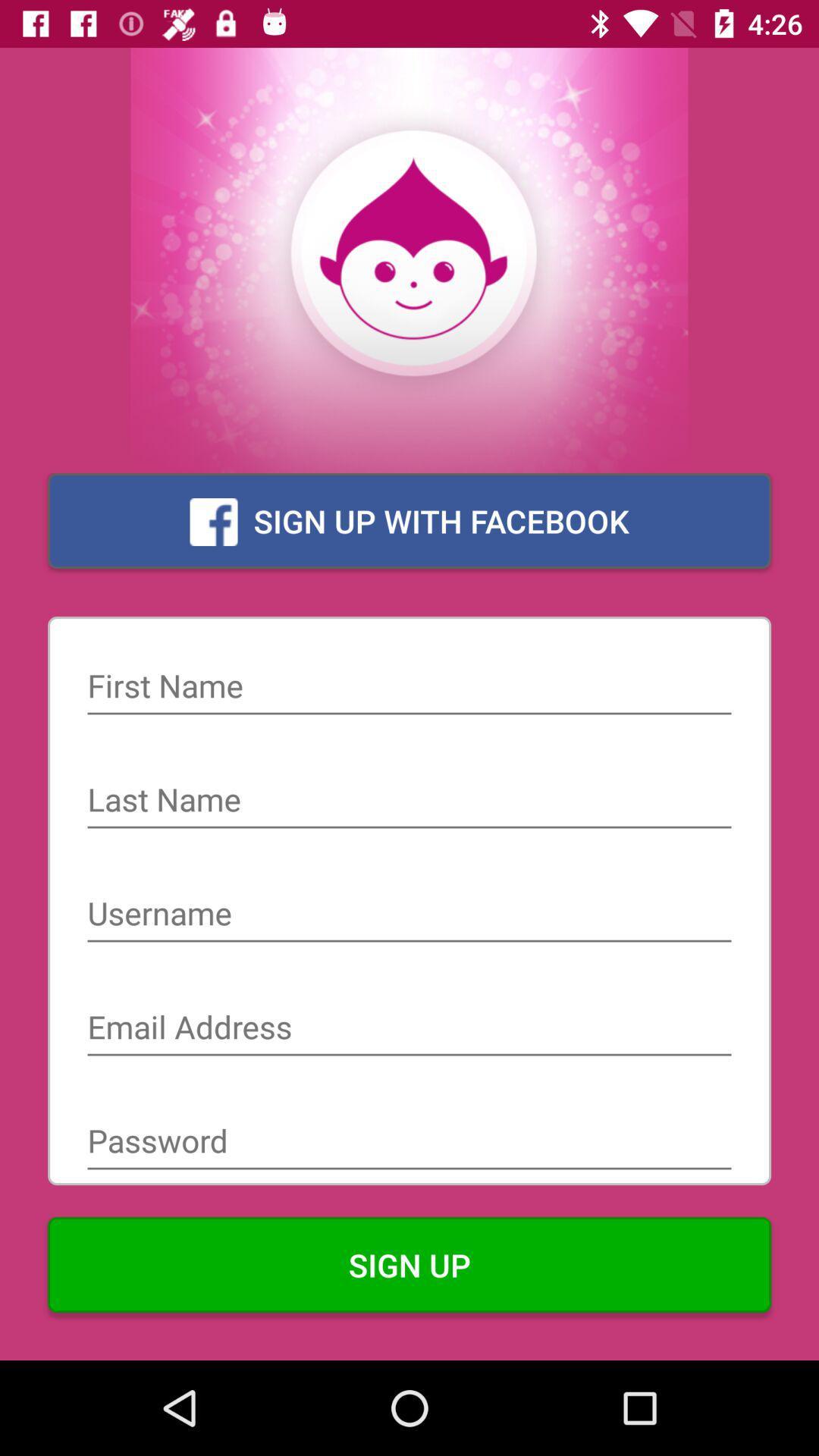 Image resolution: width=819 pixels, height=1456 pixels. I want to click on email address, so click(409, 1029).